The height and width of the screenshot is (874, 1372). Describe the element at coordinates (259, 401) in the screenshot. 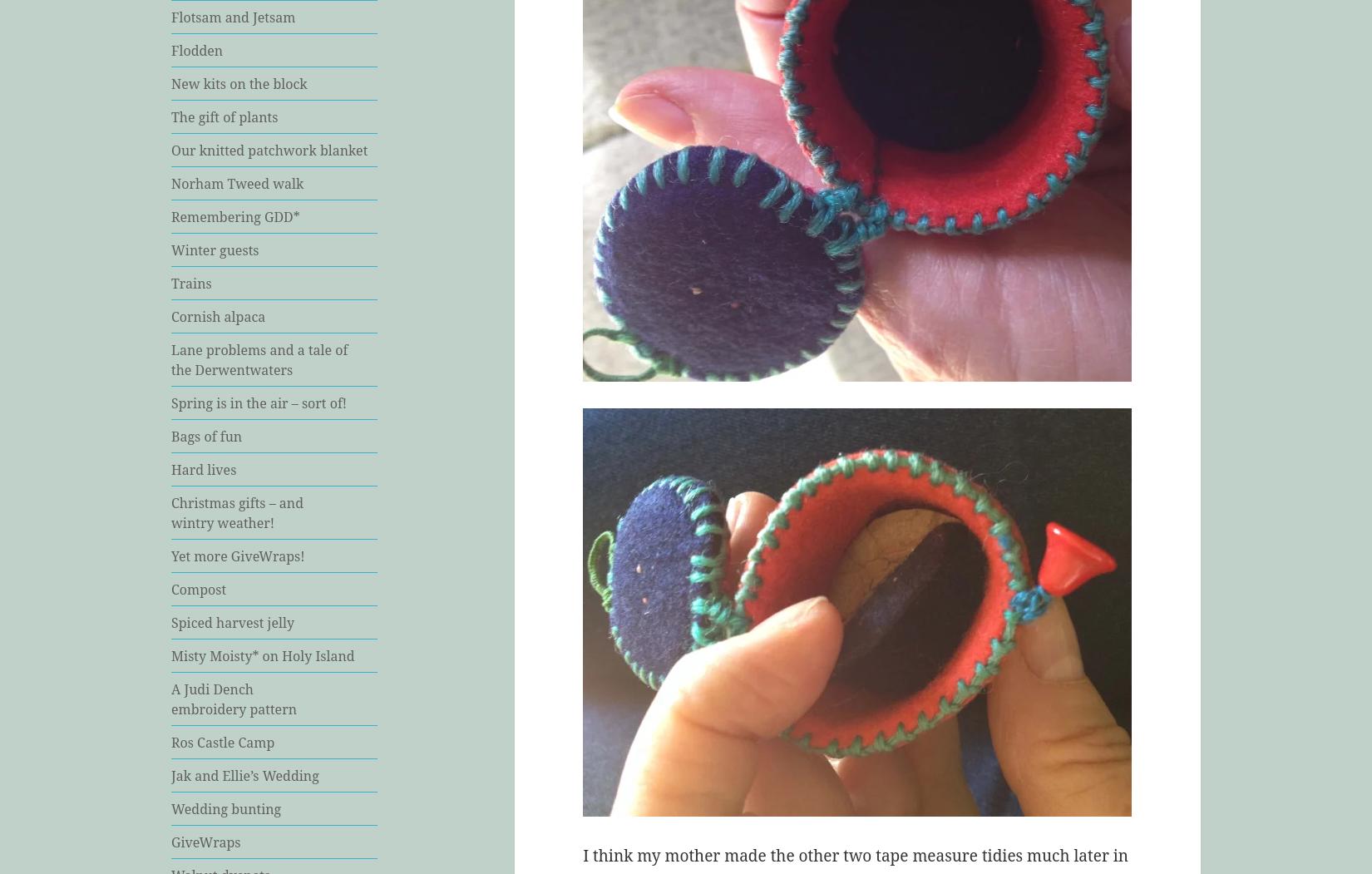

I see `'Spring is in the air – sort of!'` at that location.